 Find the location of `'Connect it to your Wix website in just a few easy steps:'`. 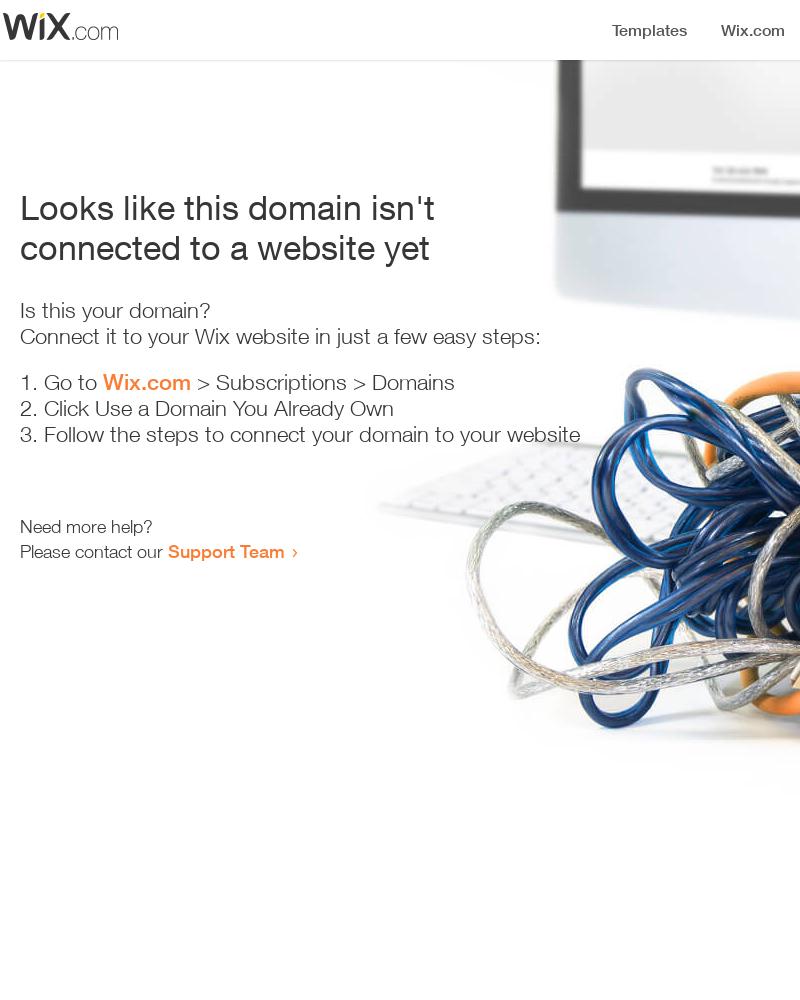

'Connect it to your Wix website in just a few easy steps:' is located at coordinates (20, 335).